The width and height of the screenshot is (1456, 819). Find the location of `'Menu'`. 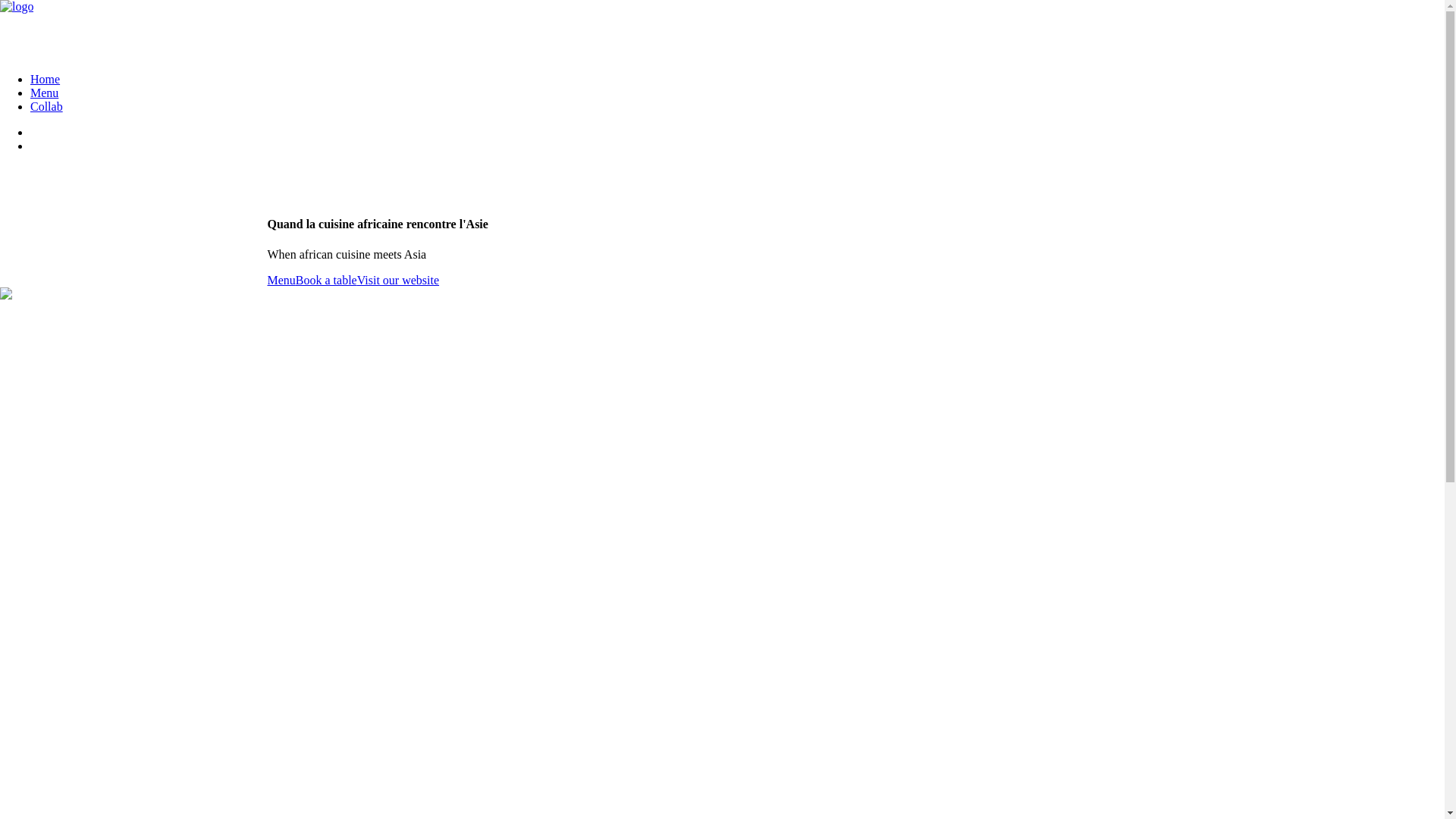

'Menu' is located at coordinates (44, 93).